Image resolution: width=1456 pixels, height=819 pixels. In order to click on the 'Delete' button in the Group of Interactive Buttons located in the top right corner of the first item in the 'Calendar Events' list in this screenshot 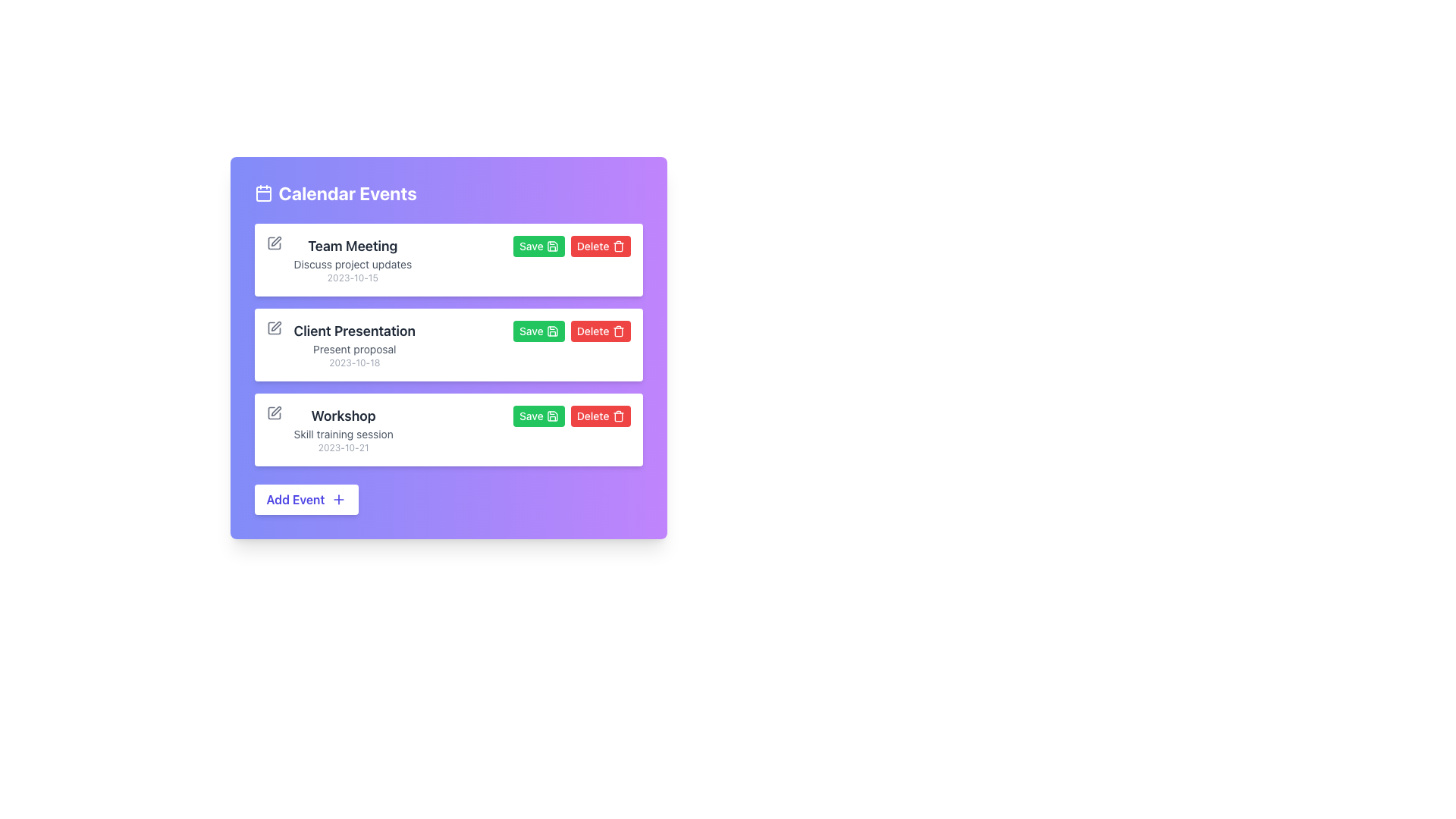, I will do `click(571, 245)`.